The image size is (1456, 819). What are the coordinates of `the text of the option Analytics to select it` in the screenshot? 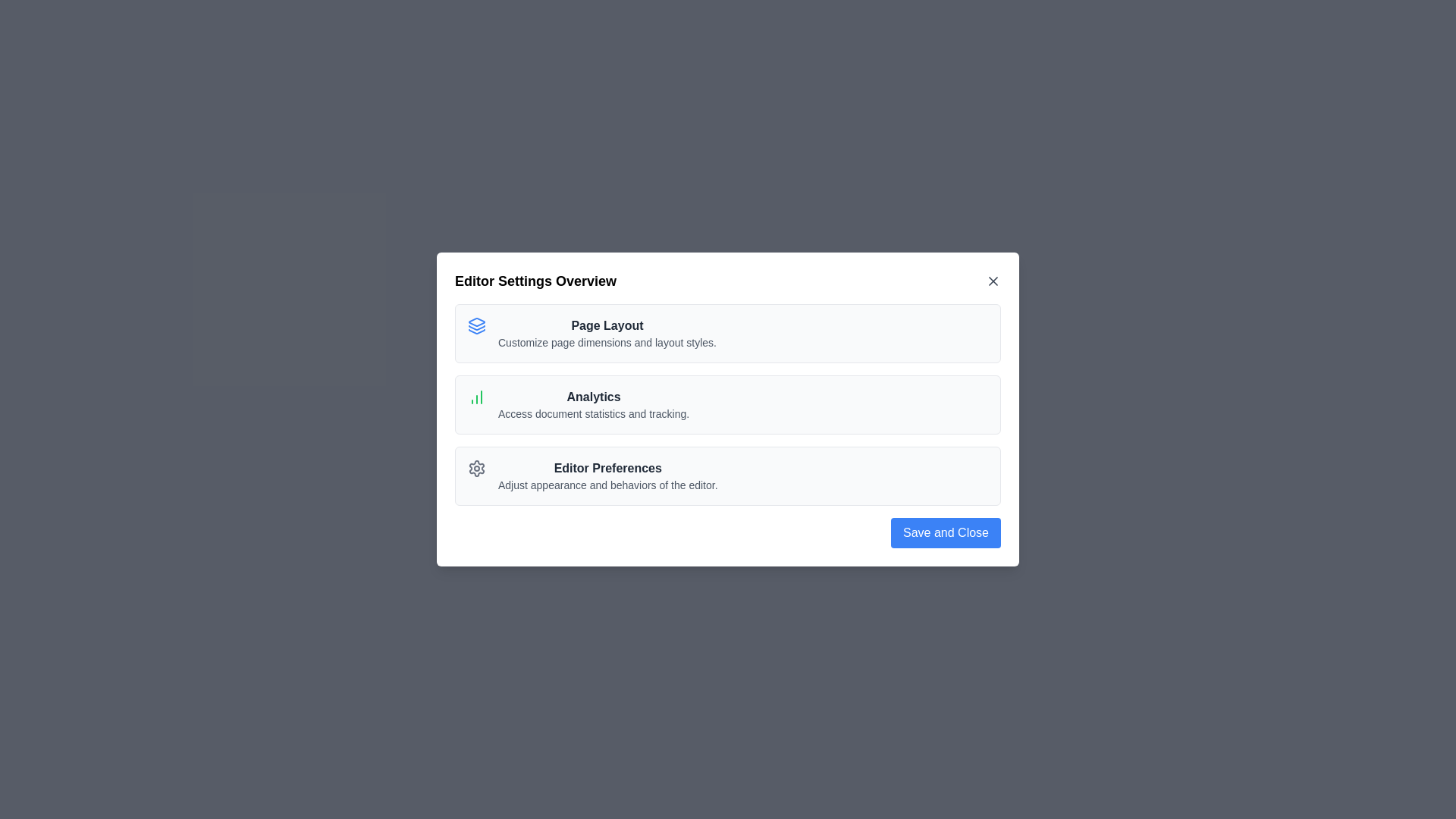 It's located at (607, 397).